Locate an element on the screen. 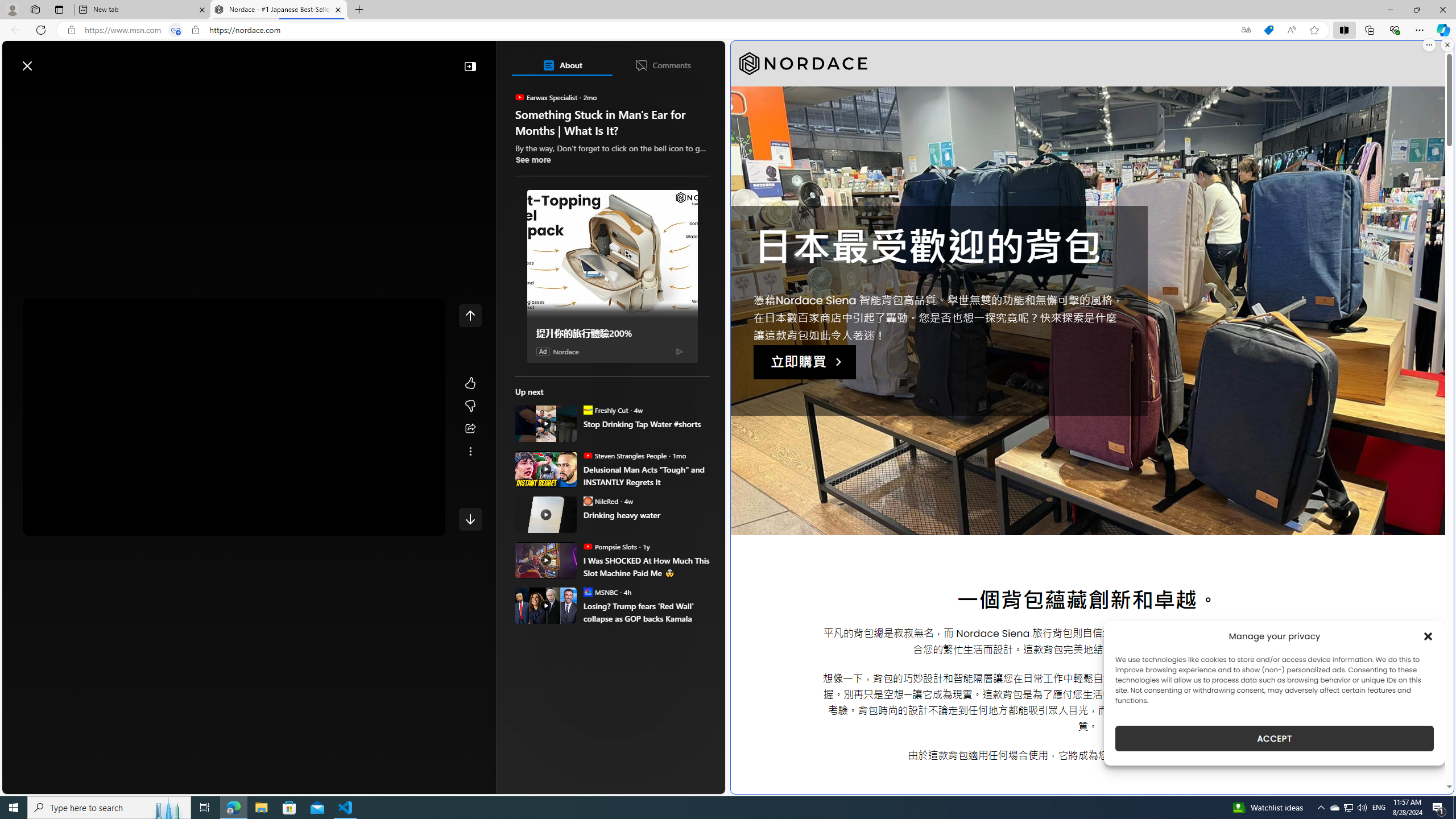 The image size is (1456, 819). 'NileRed NileRed' is located at coordinates (600, 500).